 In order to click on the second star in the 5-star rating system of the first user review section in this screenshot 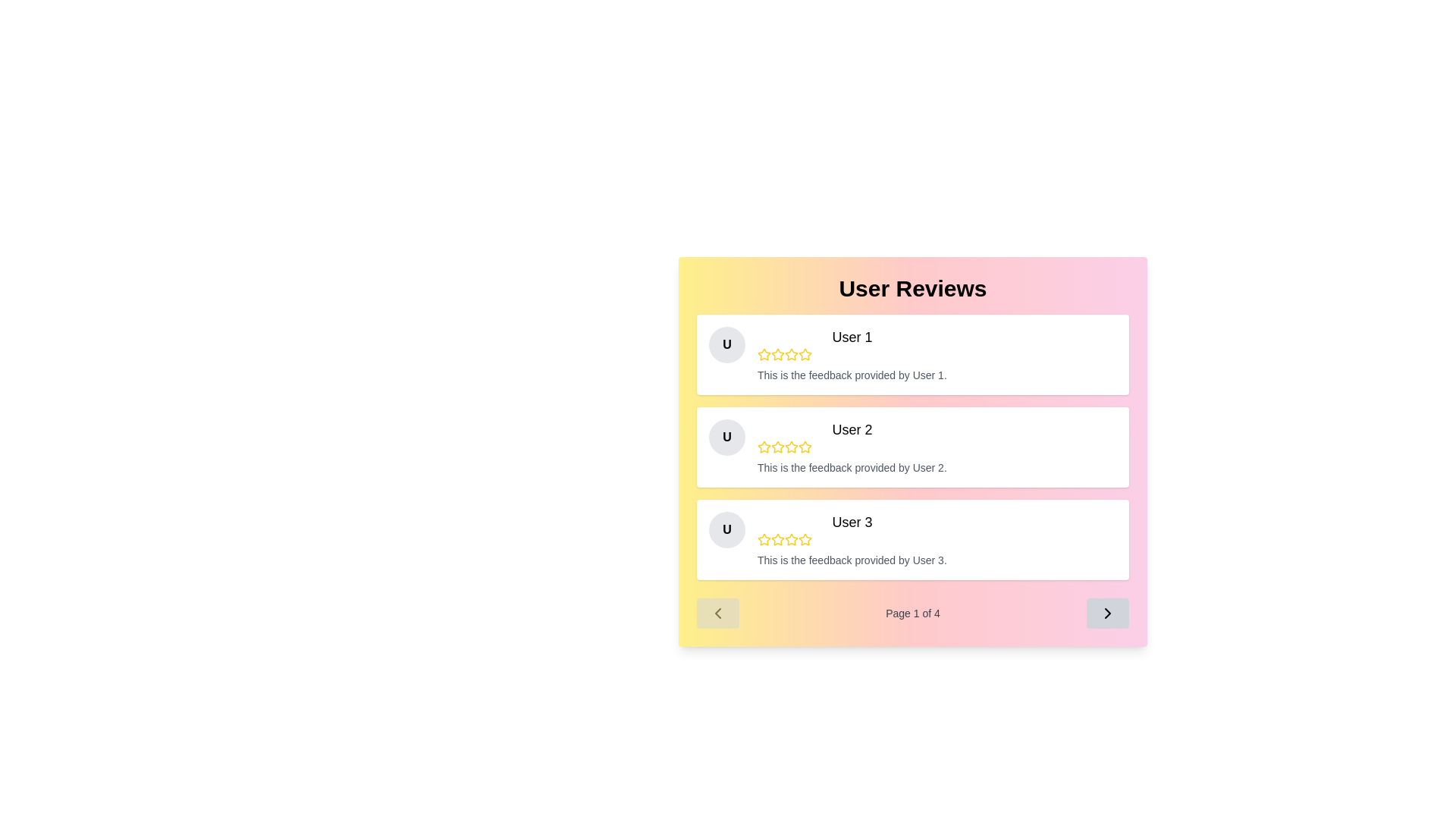, I will do `click(778, 354)`.